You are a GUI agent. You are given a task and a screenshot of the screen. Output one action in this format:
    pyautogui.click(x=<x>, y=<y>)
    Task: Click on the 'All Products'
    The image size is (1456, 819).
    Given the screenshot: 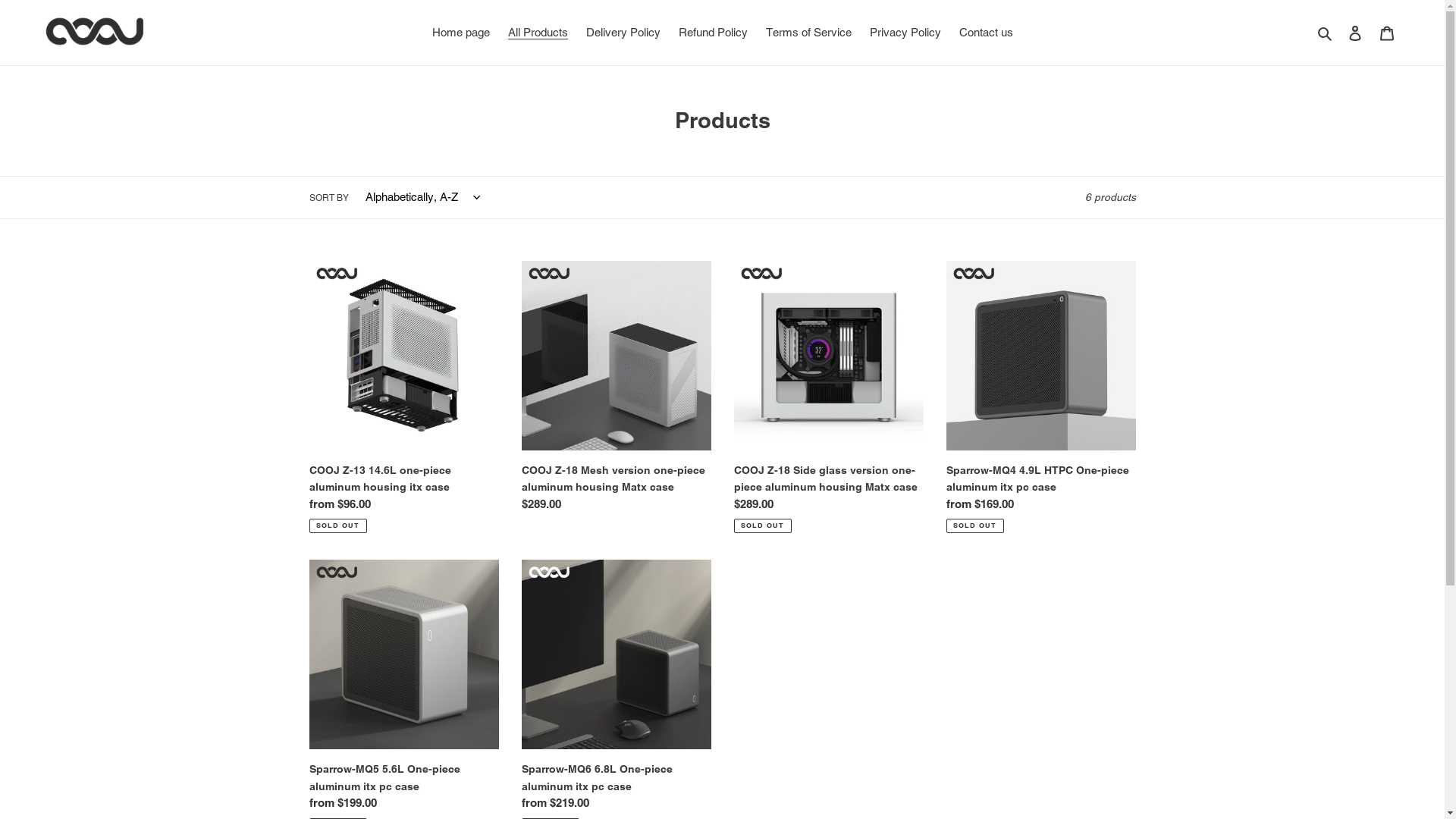 What is the action you would take?
    pyautogui.click(x=538, y=33)
    